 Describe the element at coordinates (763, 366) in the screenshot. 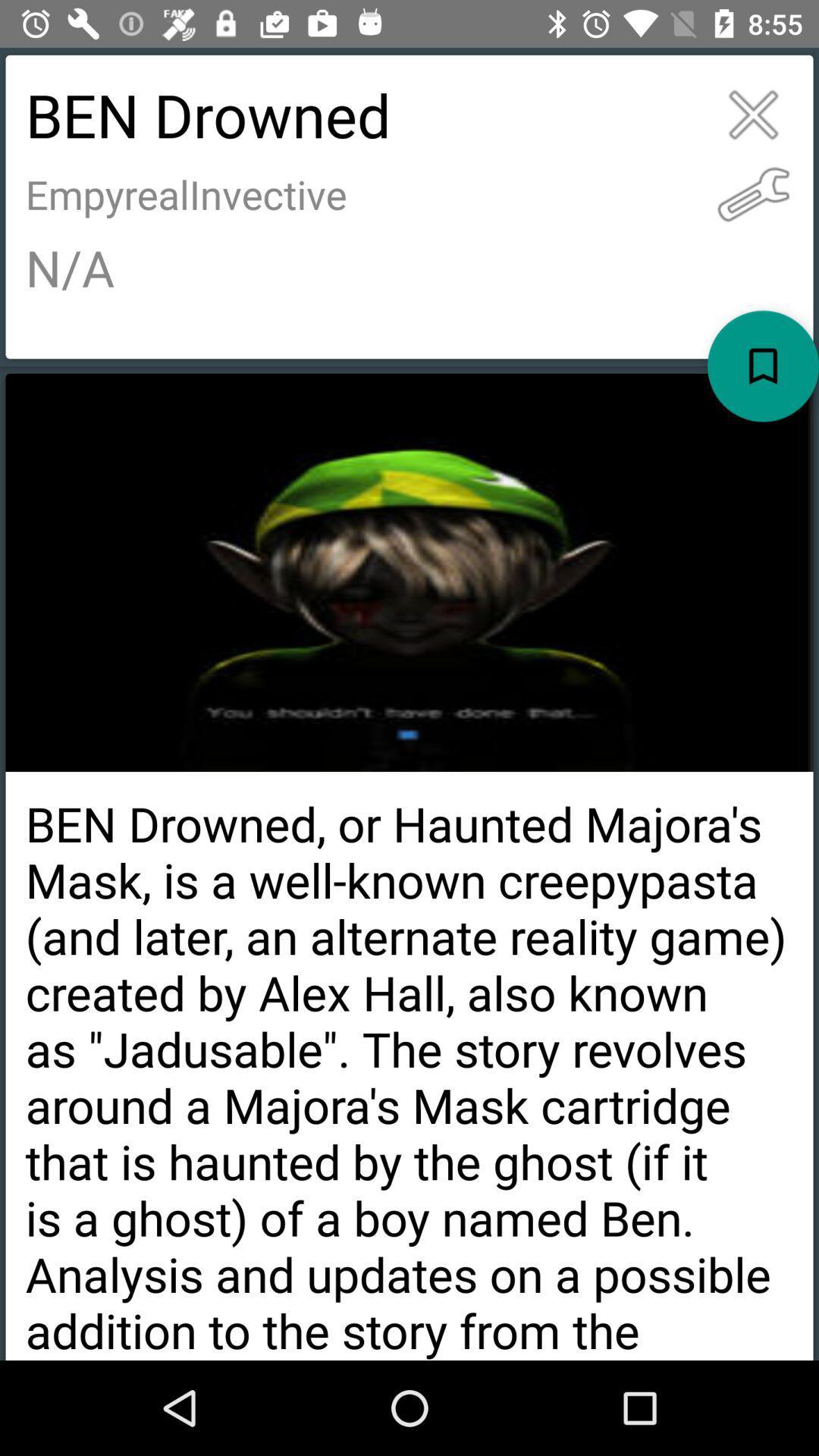

I see `item below n/a item` at that location.